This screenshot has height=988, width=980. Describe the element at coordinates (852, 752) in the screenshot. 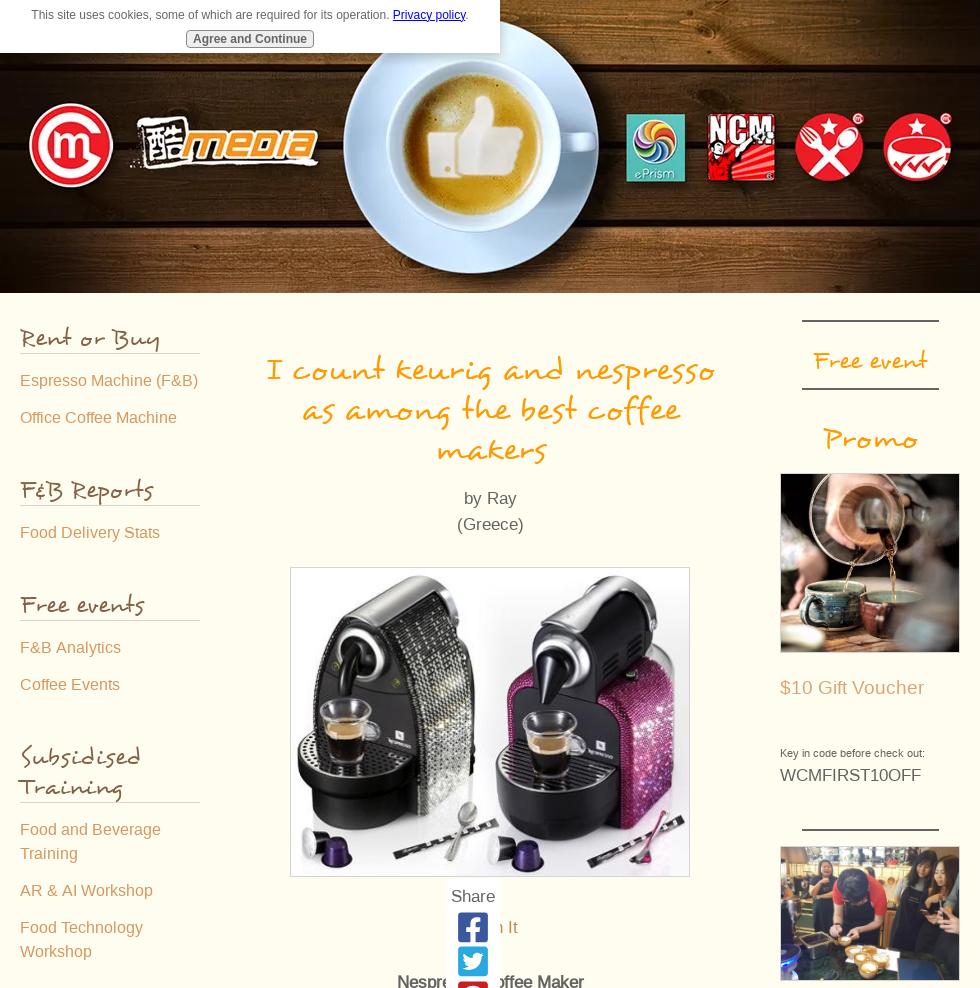

I see `'Key in code before check out:'` at that location.